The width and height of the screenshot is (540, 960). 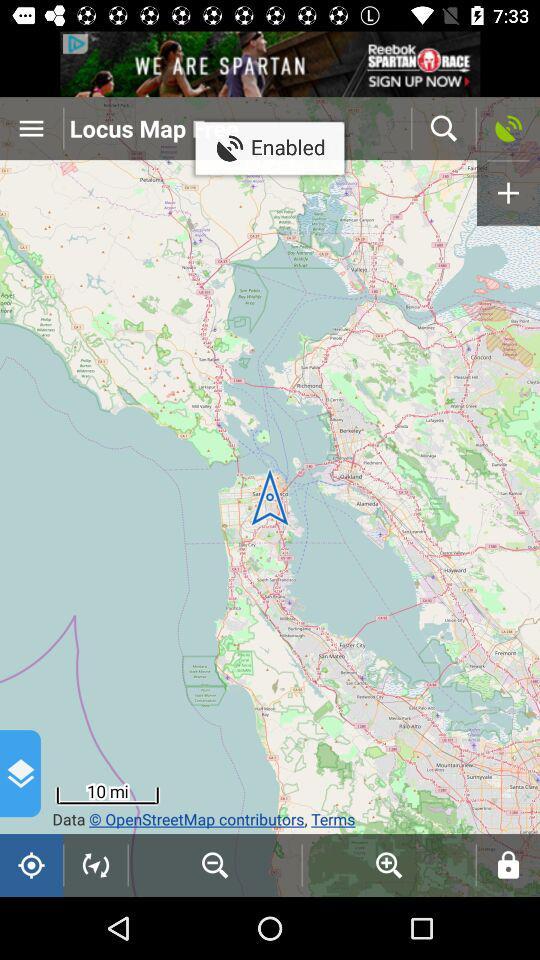 What do you see at coordinates (20, 772) in the screenshot?
I see `the layers icon` at bounding box center [20, 772].